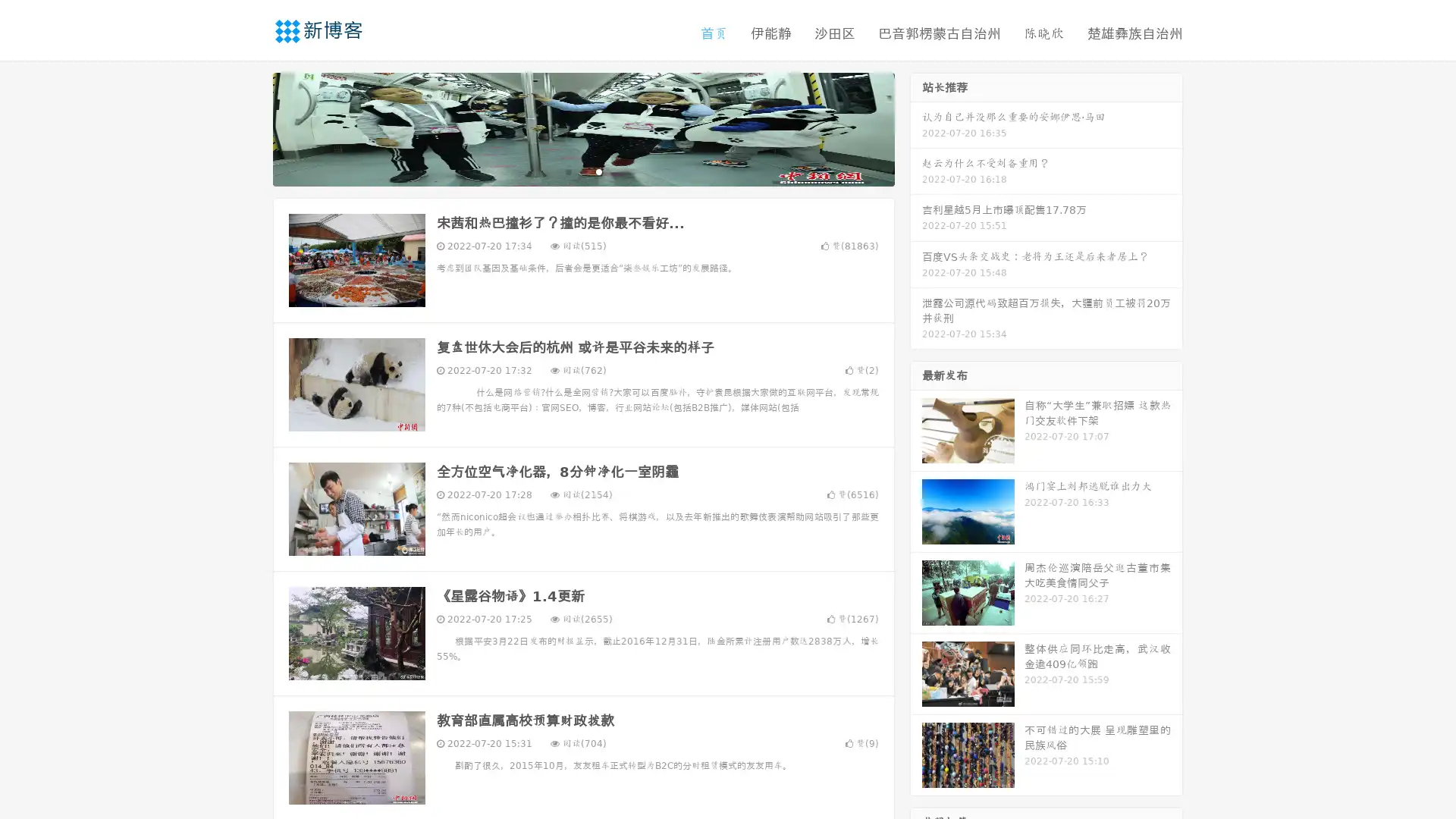 The width and height of the screenshot is (1456, 819). What do you see at coordinates (250, 127) in the screenshot?
I see `Previous slide` at bounding box center [250, 127].